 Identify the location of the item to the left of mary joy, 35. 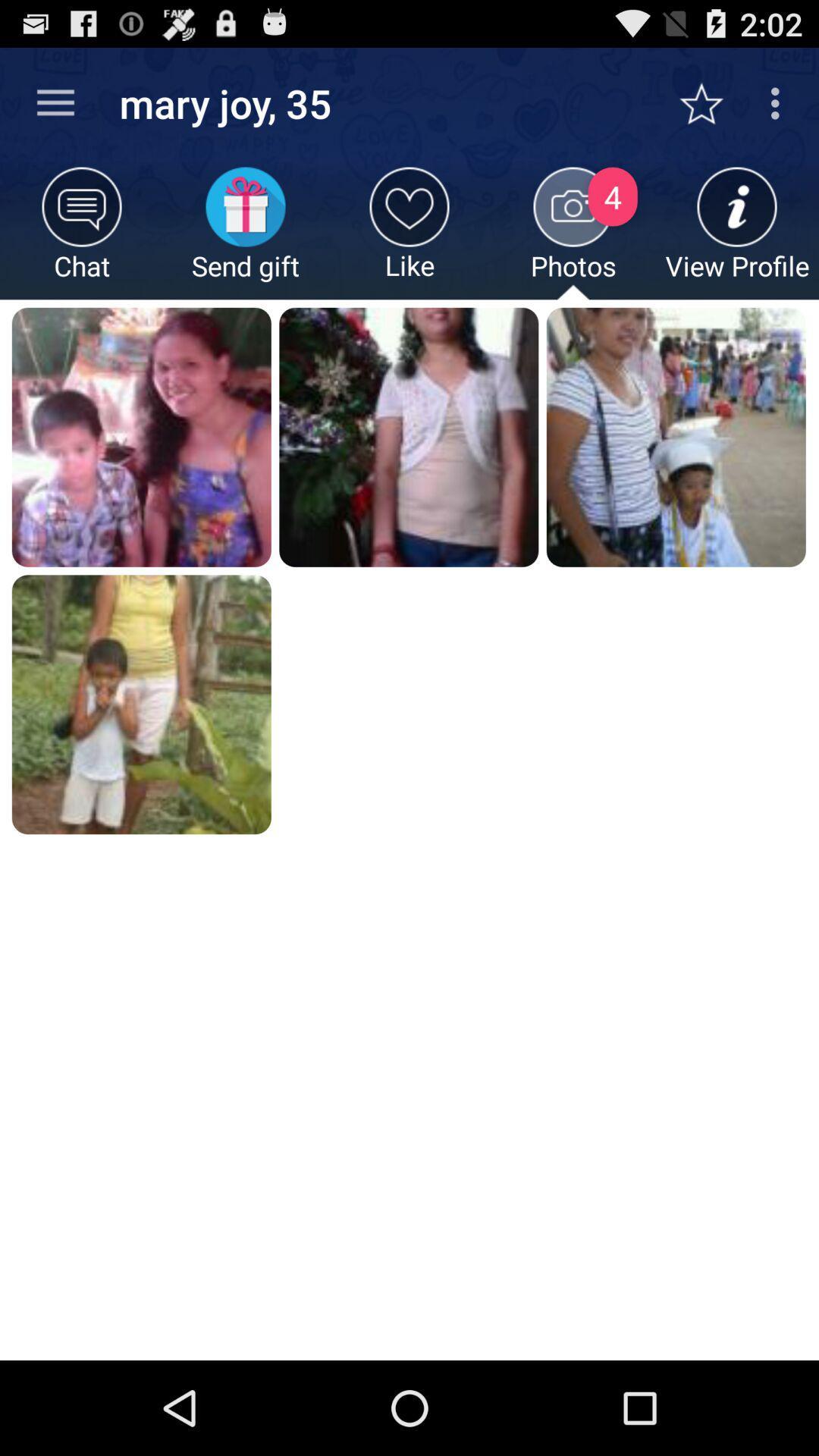
(55, 102).